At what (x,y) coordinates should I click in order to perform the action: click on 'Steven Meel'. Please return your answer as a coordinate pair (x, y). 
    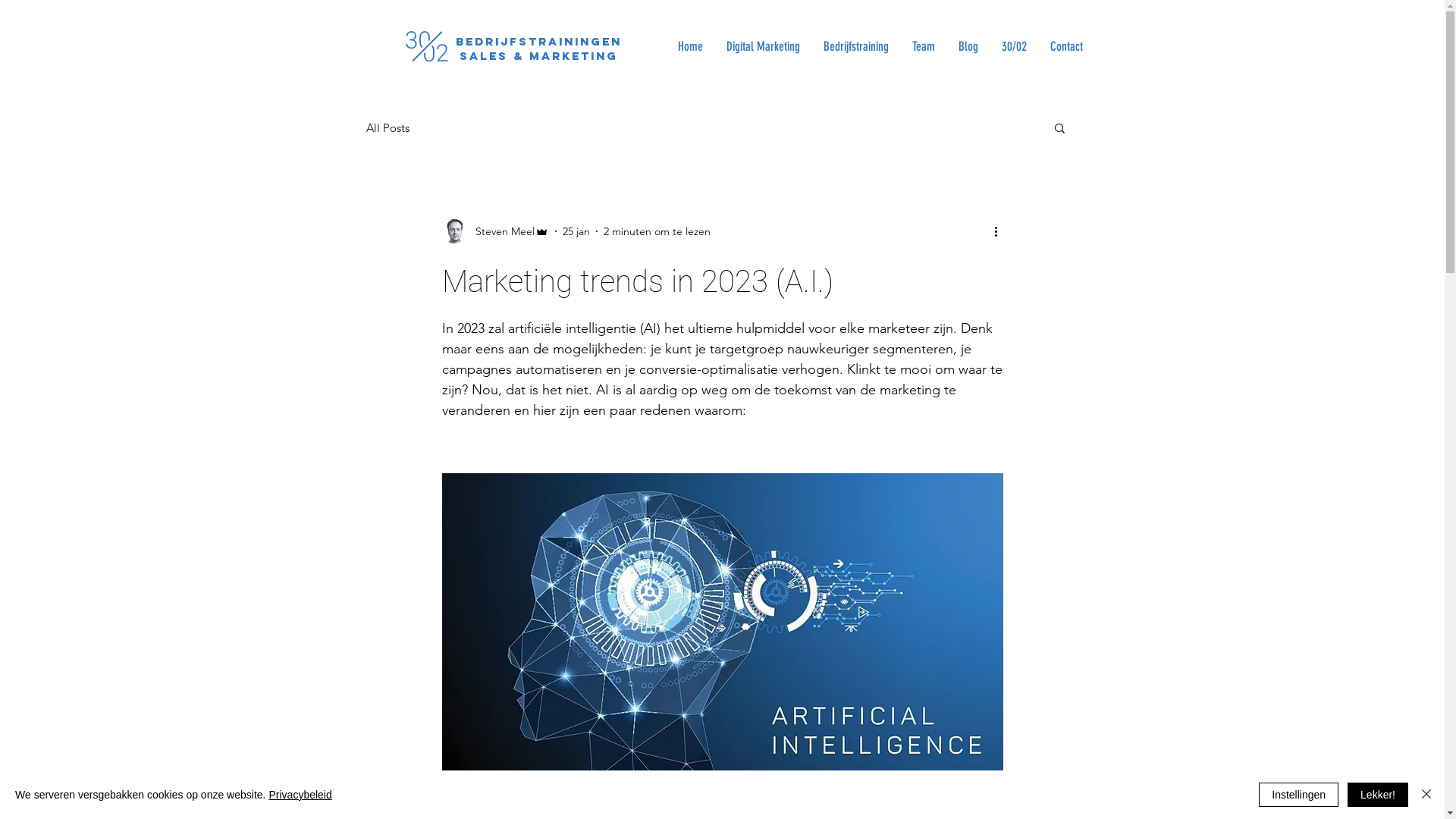
    Looking at the image, I should click on (494, 231).